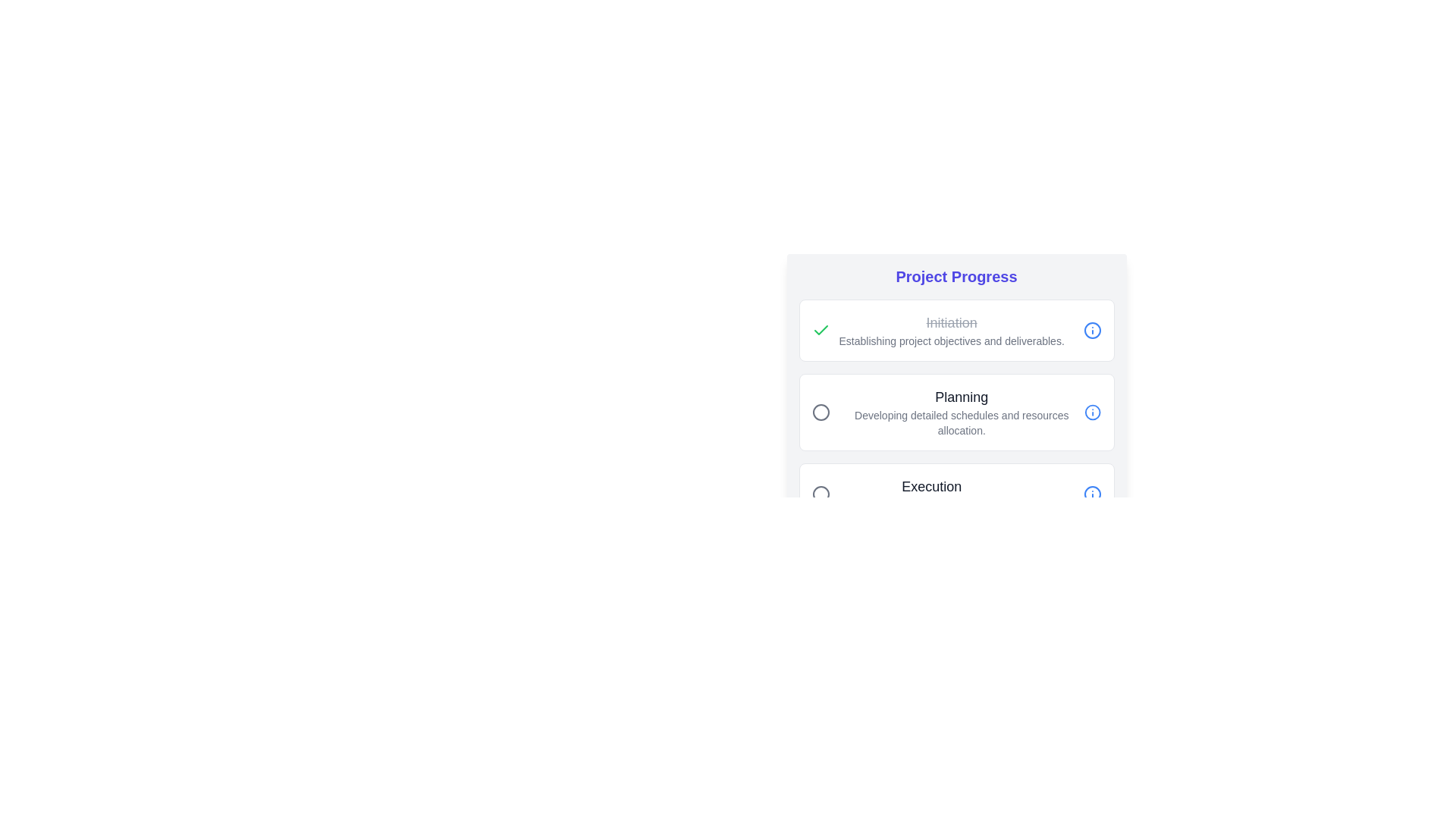 The height and width of the screenshot is (819, 1456). I want to click on the information icon for the Initiation phase to view its details, so click(1092, 329).